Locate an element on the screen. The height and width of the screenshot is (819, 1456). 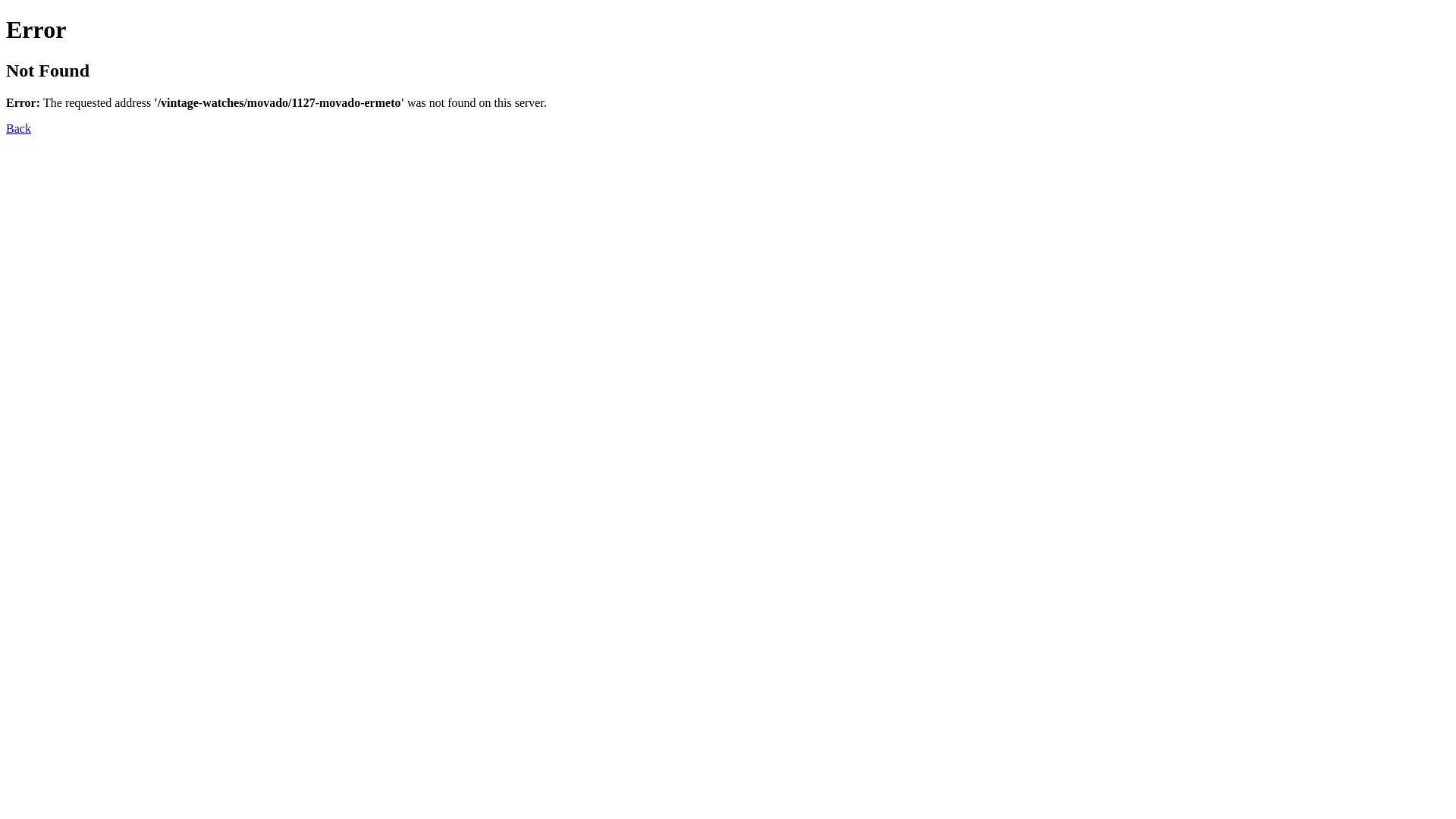
'Back' is located at coordinates (18, 127).